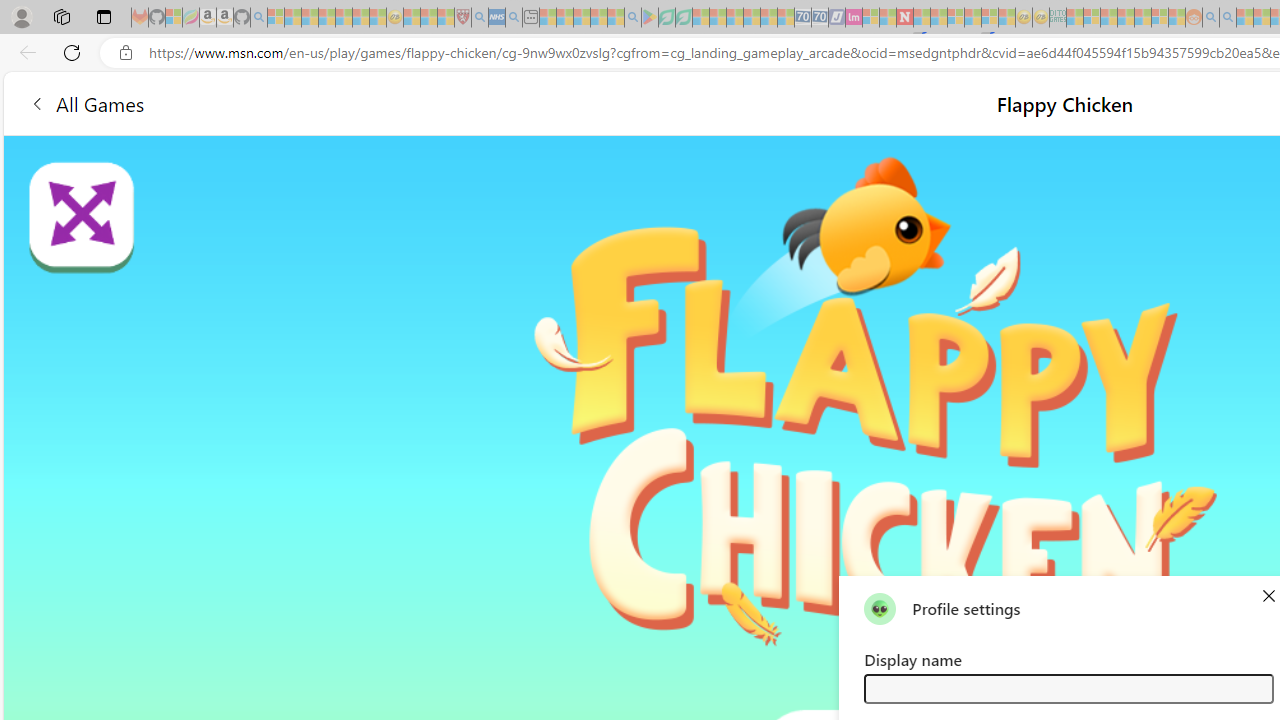  I want to click on 'Cheap Car Rentals - Save70.com - Sleeping', so click(803, 17).